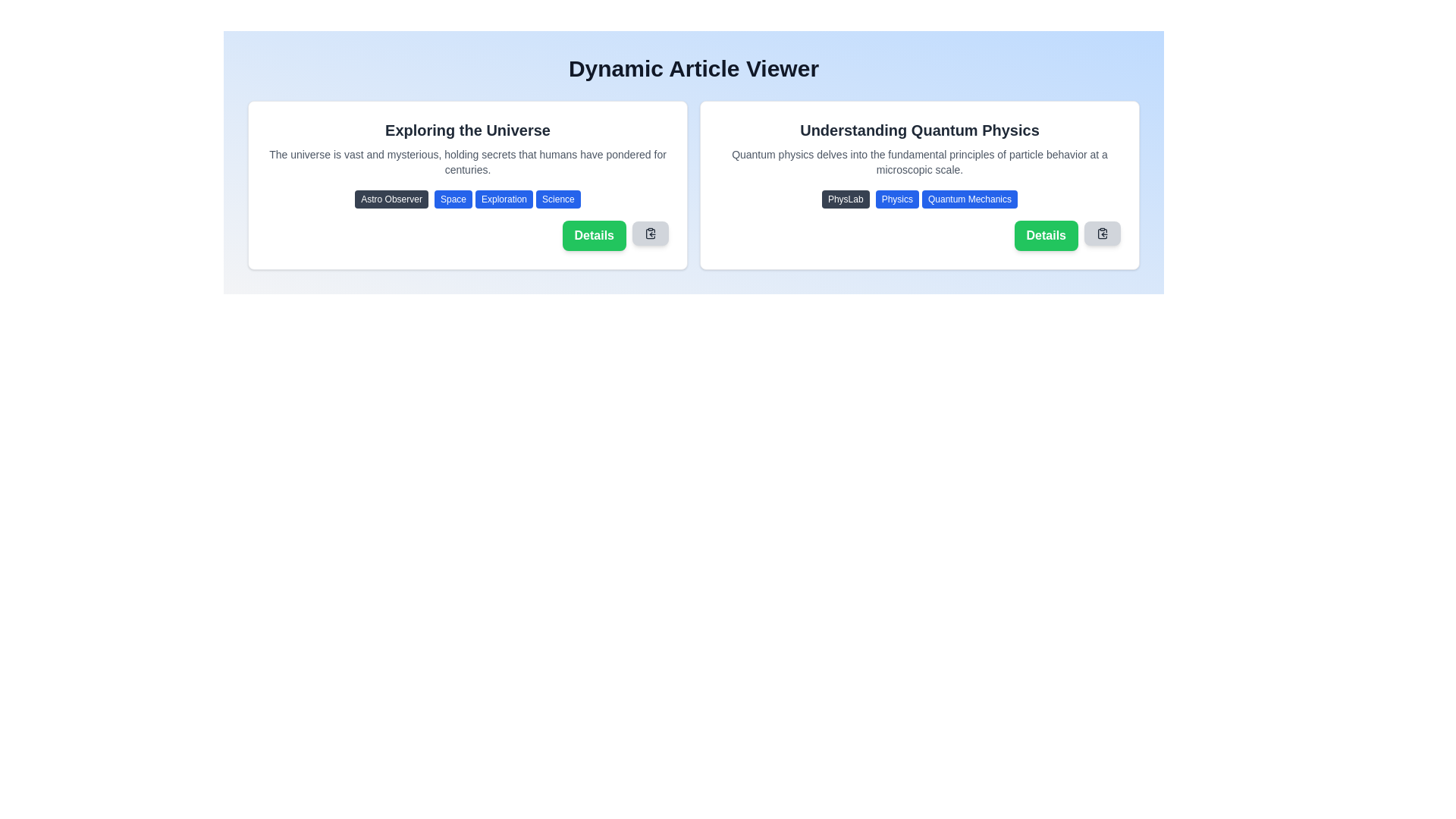  I want to click on the small, rounded rectangular badge with a dark gray background and white text displaying 'PhysLab', located within the 'Understanding Quantum Physics' card as the first tag from the left, so click(845, 198).